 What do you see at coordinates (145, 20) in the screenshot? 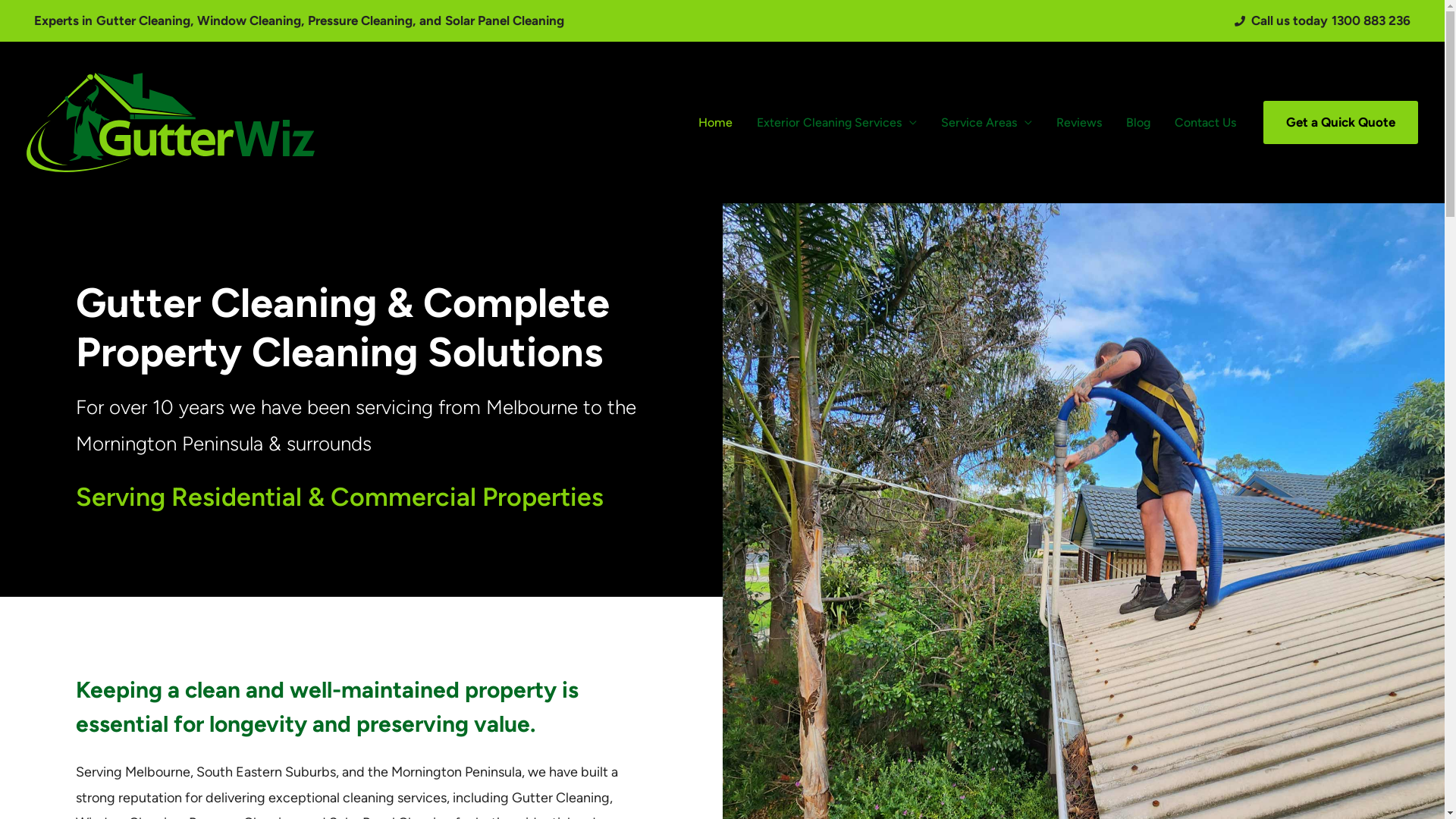
I see `'Gutter Cleaning,'` at bounding box center [145, 20].